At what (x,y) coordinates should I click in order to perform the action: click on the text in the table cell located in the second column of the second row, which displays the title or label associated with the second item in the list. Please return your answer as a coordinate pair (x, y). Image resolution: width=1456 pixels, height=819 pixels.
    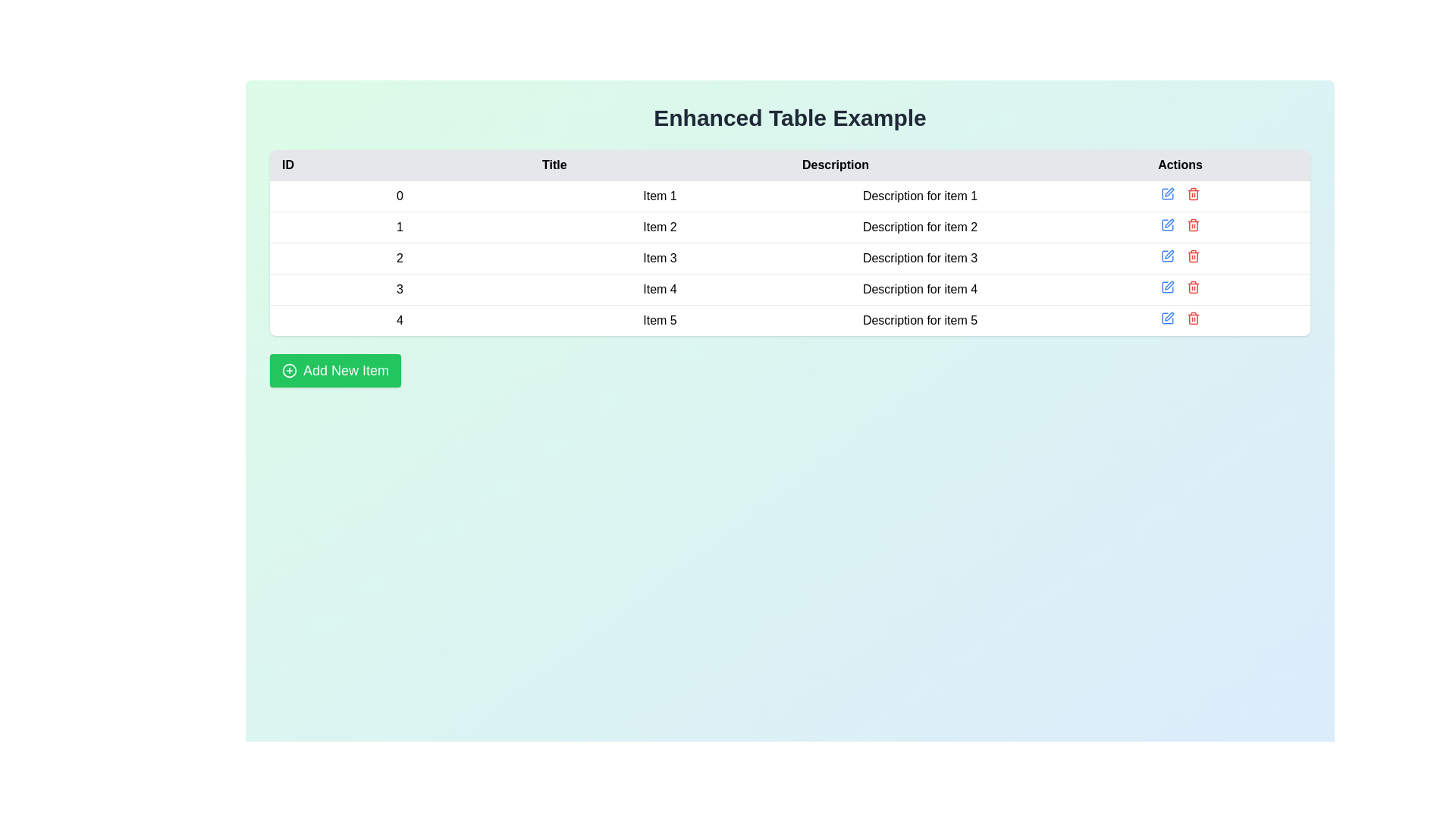
    Looking at the image, I should click on (660, 227).